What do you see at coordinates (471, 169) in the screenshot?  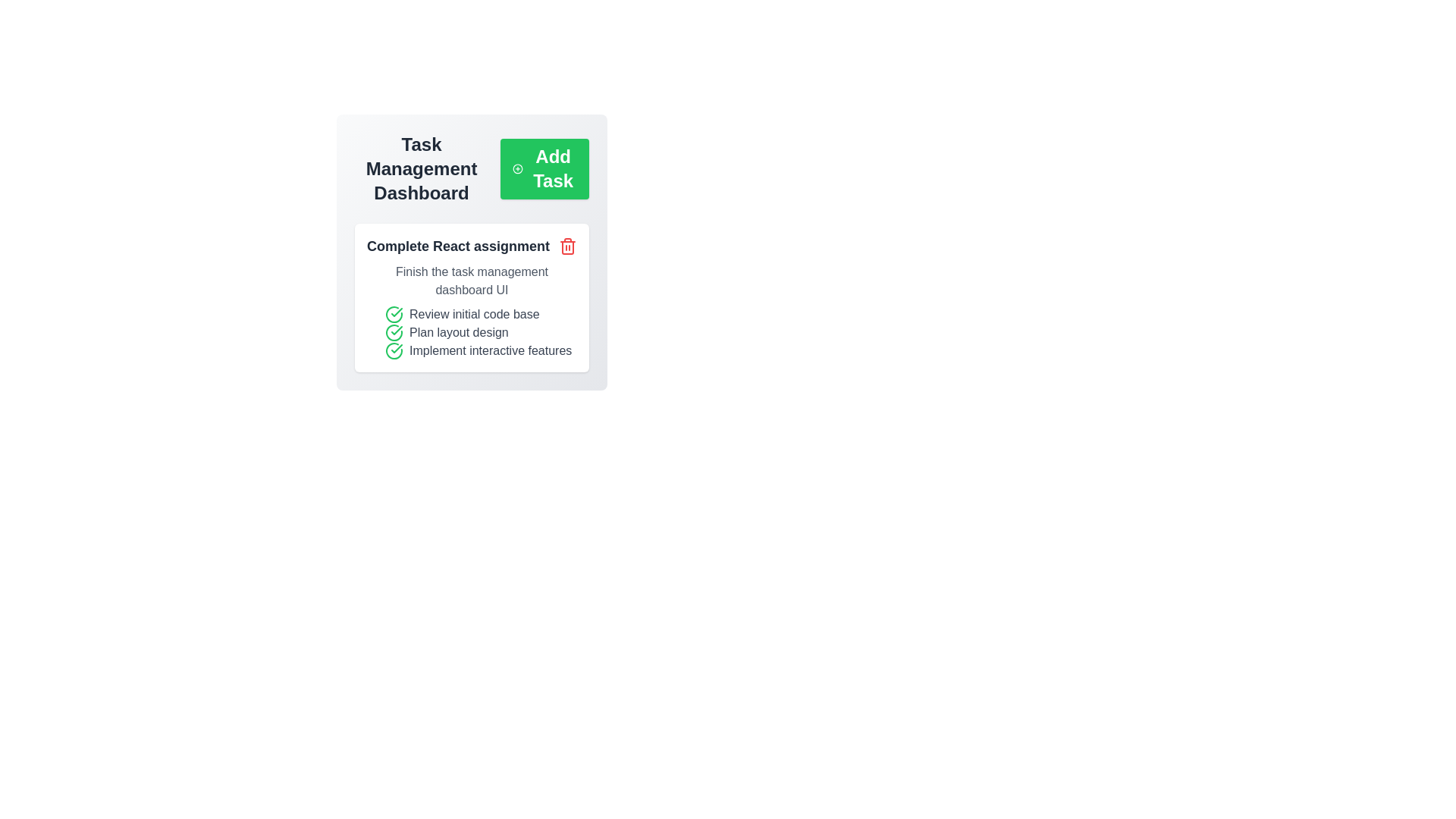 I see `the header element titled 'Task Management Dashboard' which includes the 'Add Task' button on the right side` at bounding box center [471, 169].